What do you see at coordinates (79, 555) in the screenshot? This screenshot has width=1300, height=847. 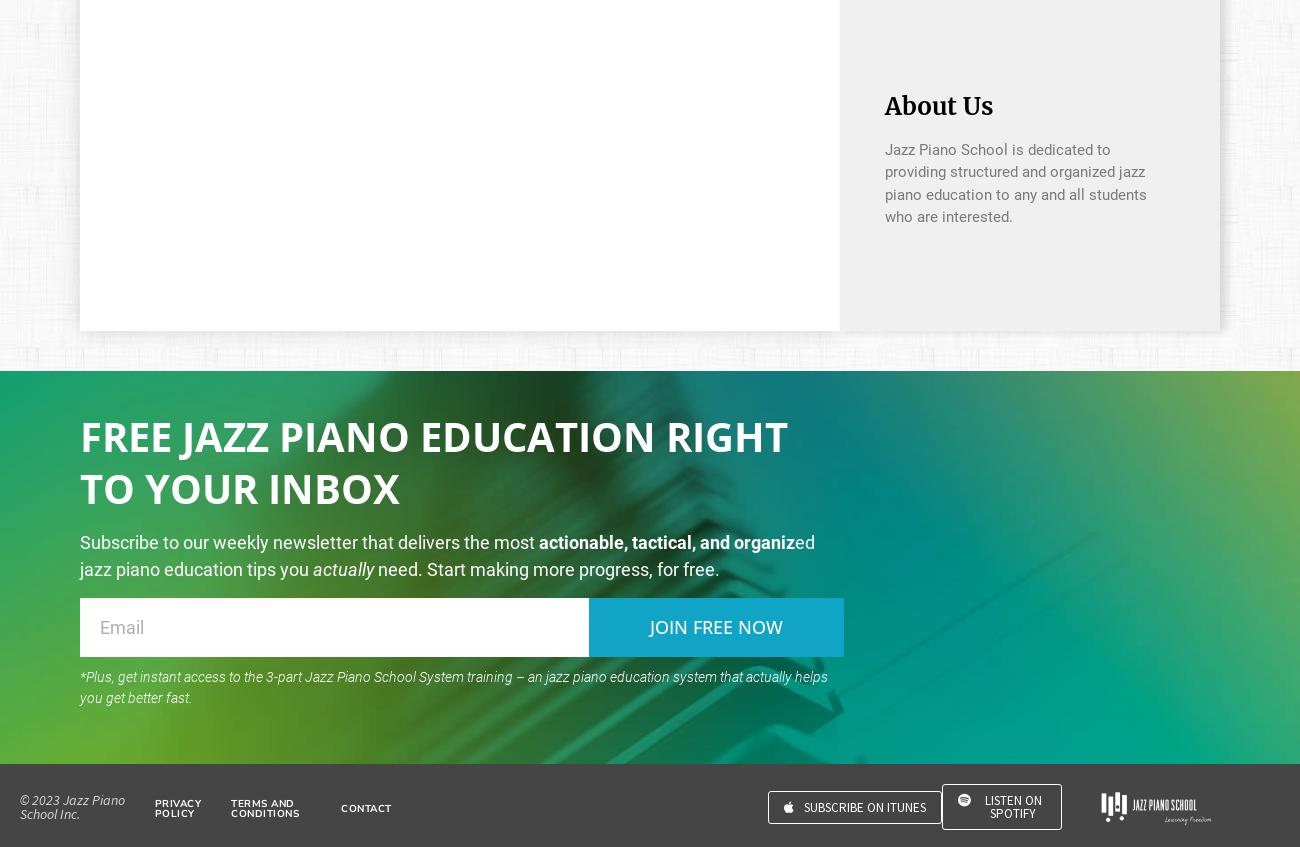 I see `'ed jazz piano education tips you'` at bounding box center [79, 555].